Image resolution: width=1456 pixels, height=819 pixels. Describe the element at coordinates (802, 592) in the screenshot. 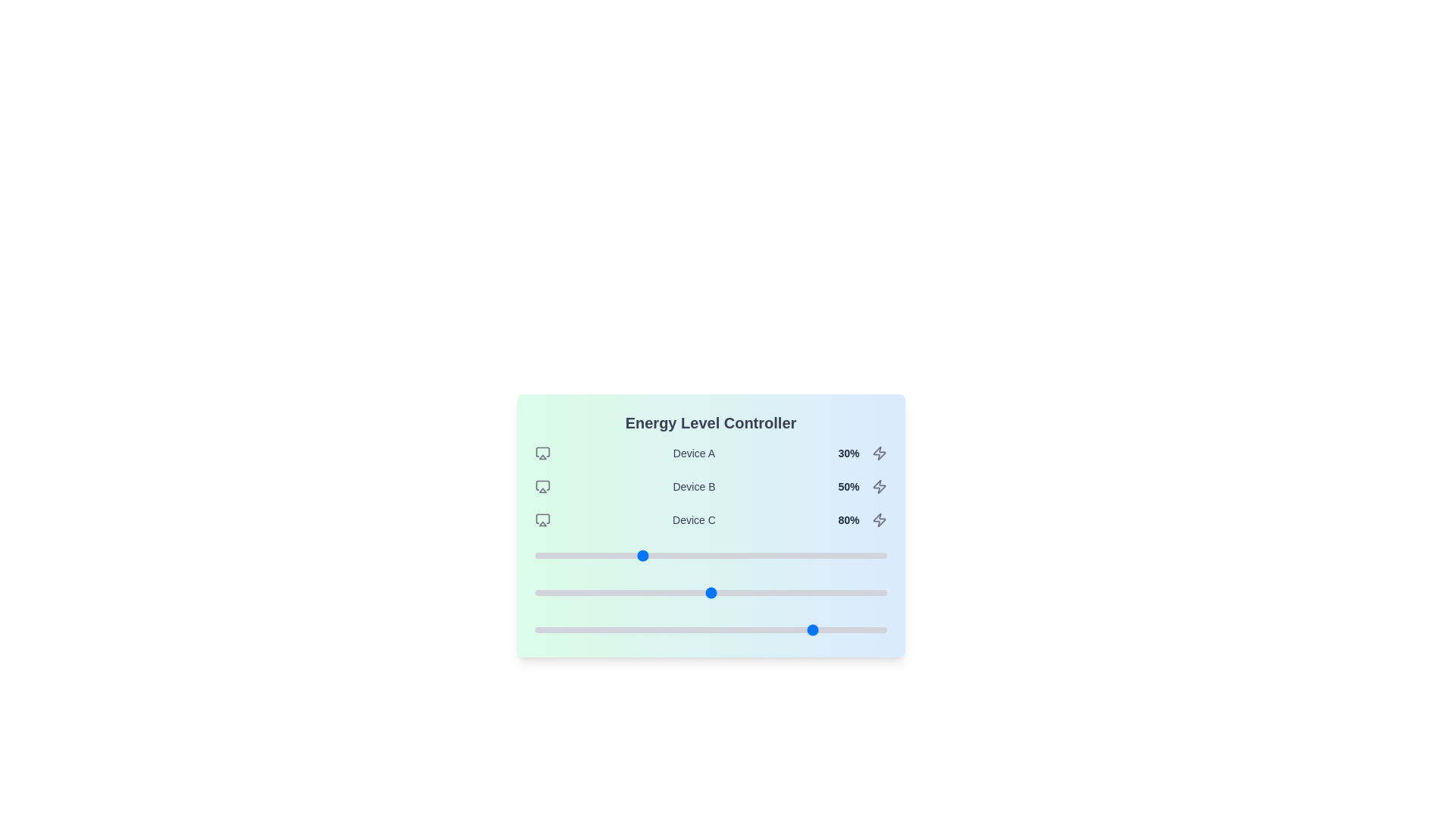

I see `the slider for Device B to set its energy level to 76%` at that location.